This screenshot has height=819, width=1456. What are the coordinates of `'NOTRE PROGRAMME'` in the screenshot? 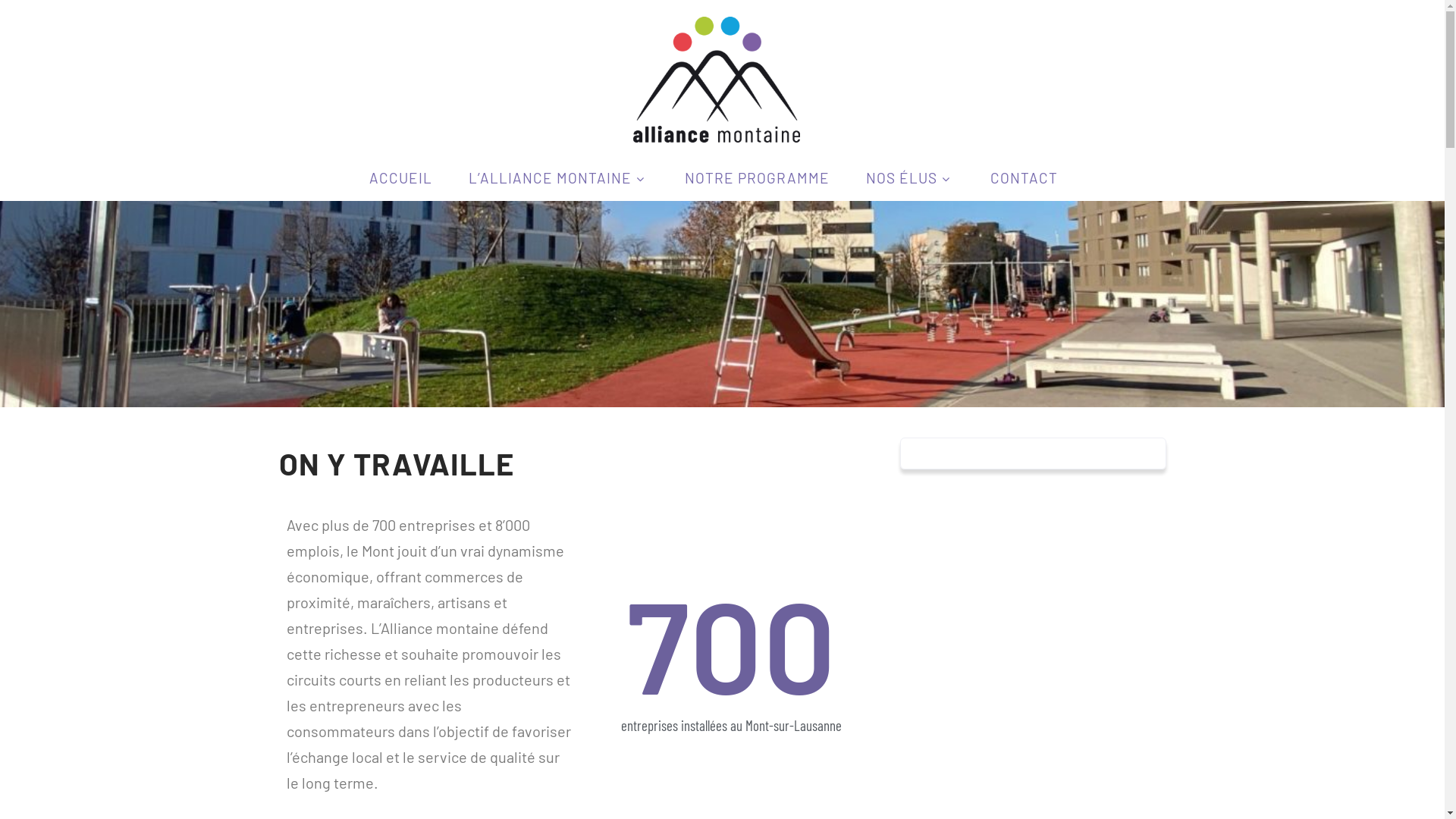 It's located at (756, 177).